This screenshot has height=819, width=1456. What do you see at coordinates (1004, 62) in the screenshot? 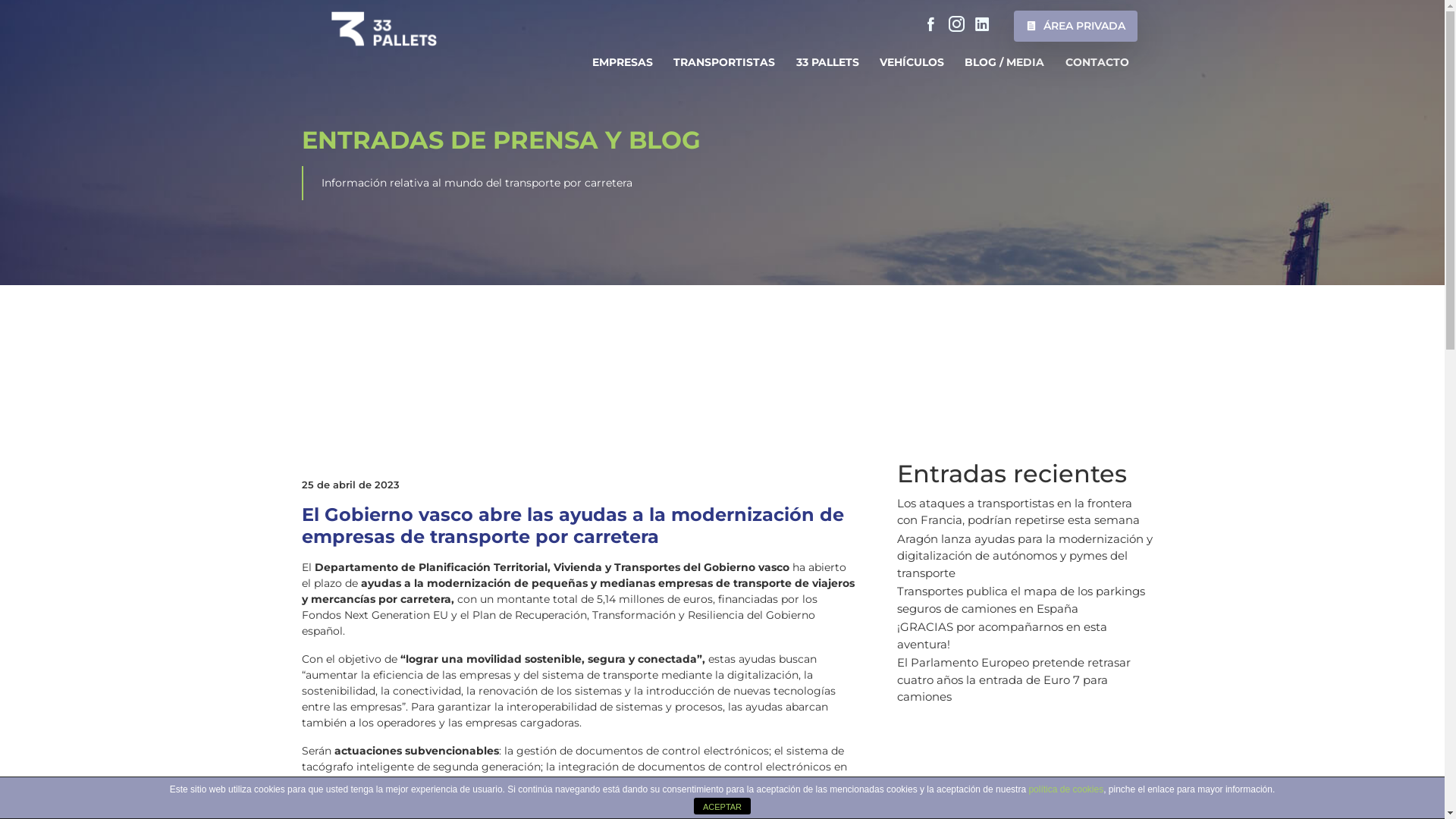
I see `'BLOG / MEDIA'` at bounding box center [1004, 62].